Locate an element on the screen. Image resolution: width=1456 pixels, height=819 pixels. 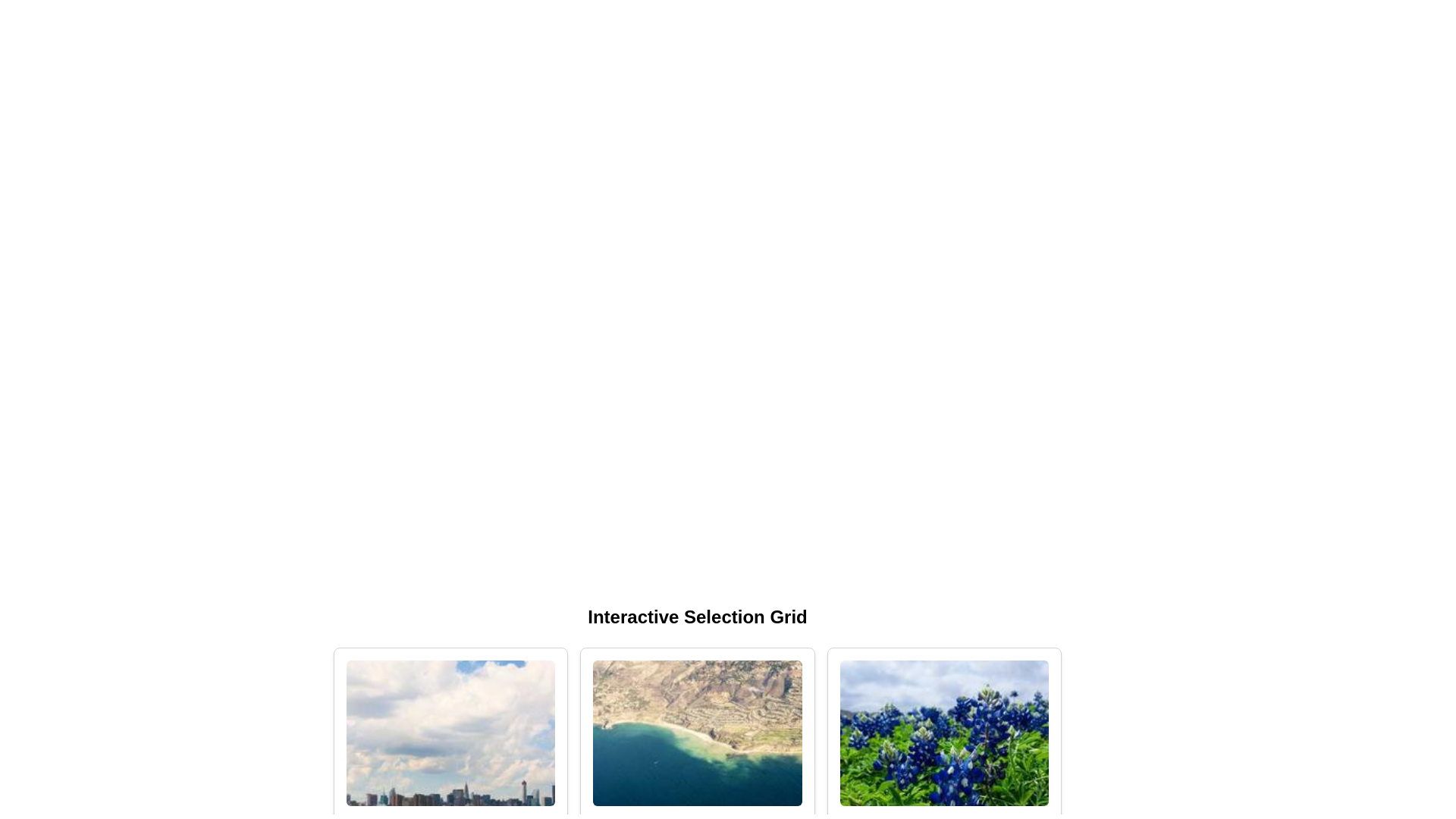
the image of item Item 2 to view its larger version is located at coordinates (697, 733).